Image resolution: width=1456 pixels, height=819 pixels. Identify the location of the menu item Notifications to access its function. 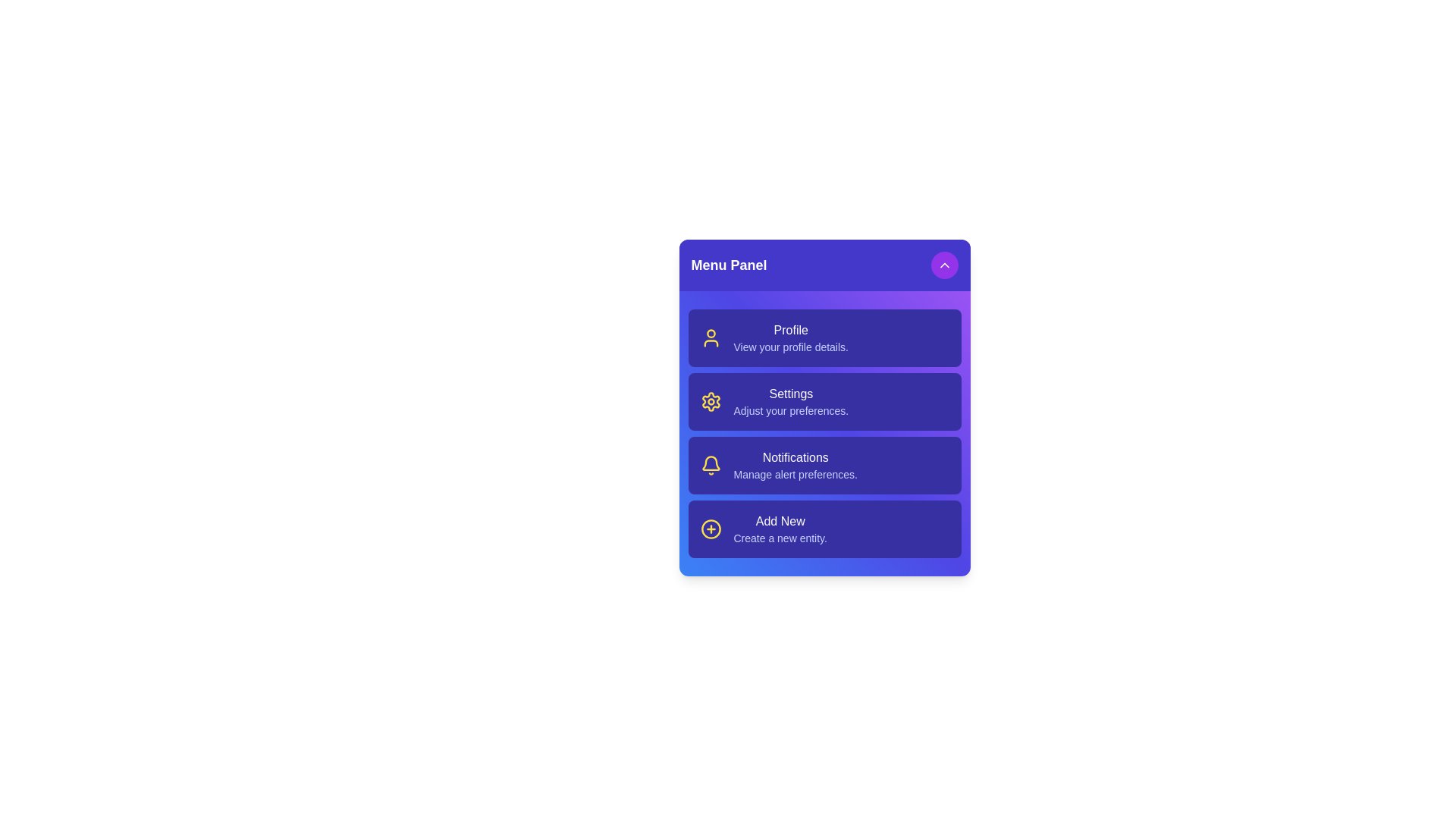
(824, 464).